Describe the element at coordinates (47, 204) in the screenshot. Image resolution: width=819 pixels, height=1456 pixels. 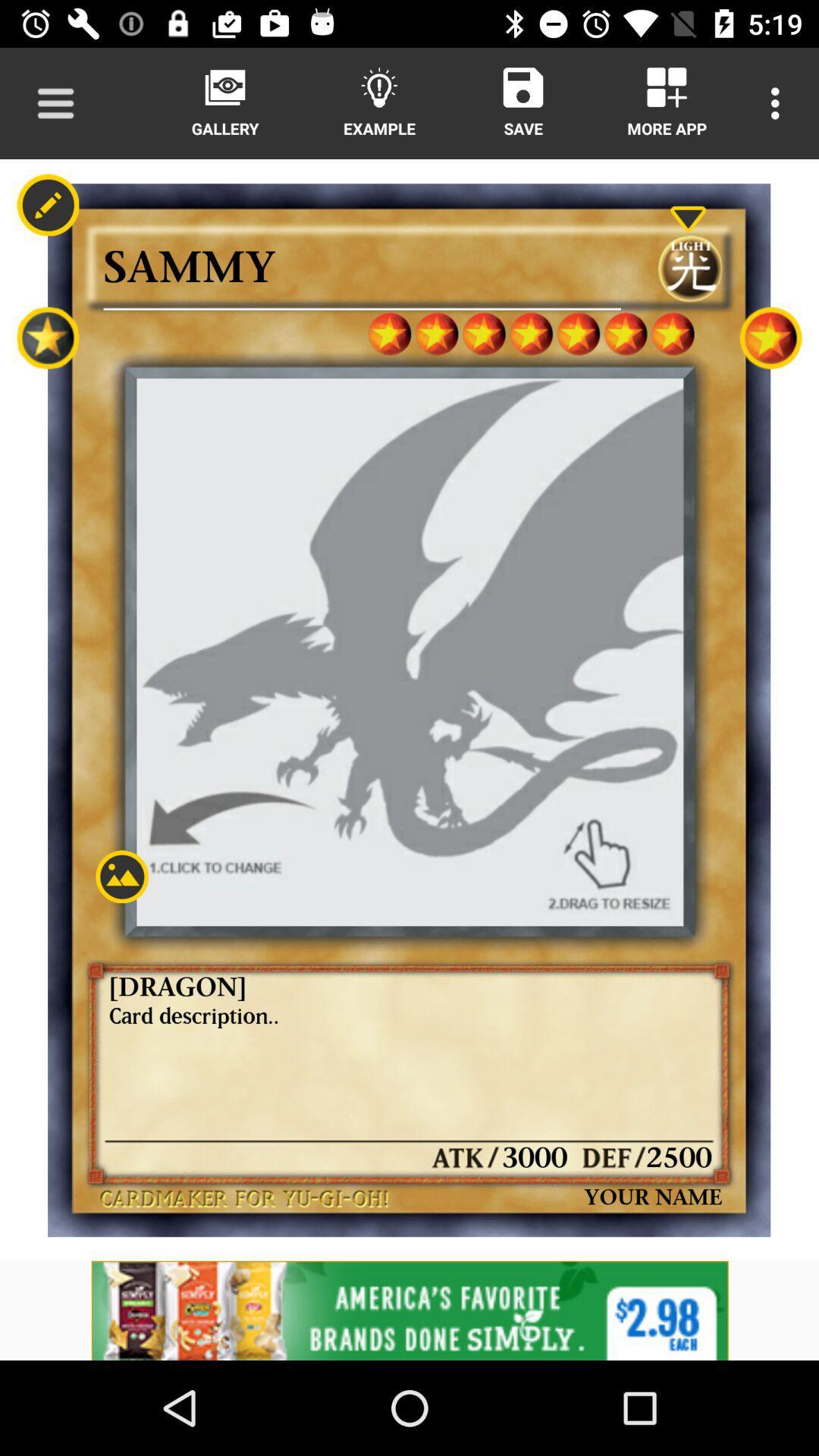
I see `edit name` at that location.